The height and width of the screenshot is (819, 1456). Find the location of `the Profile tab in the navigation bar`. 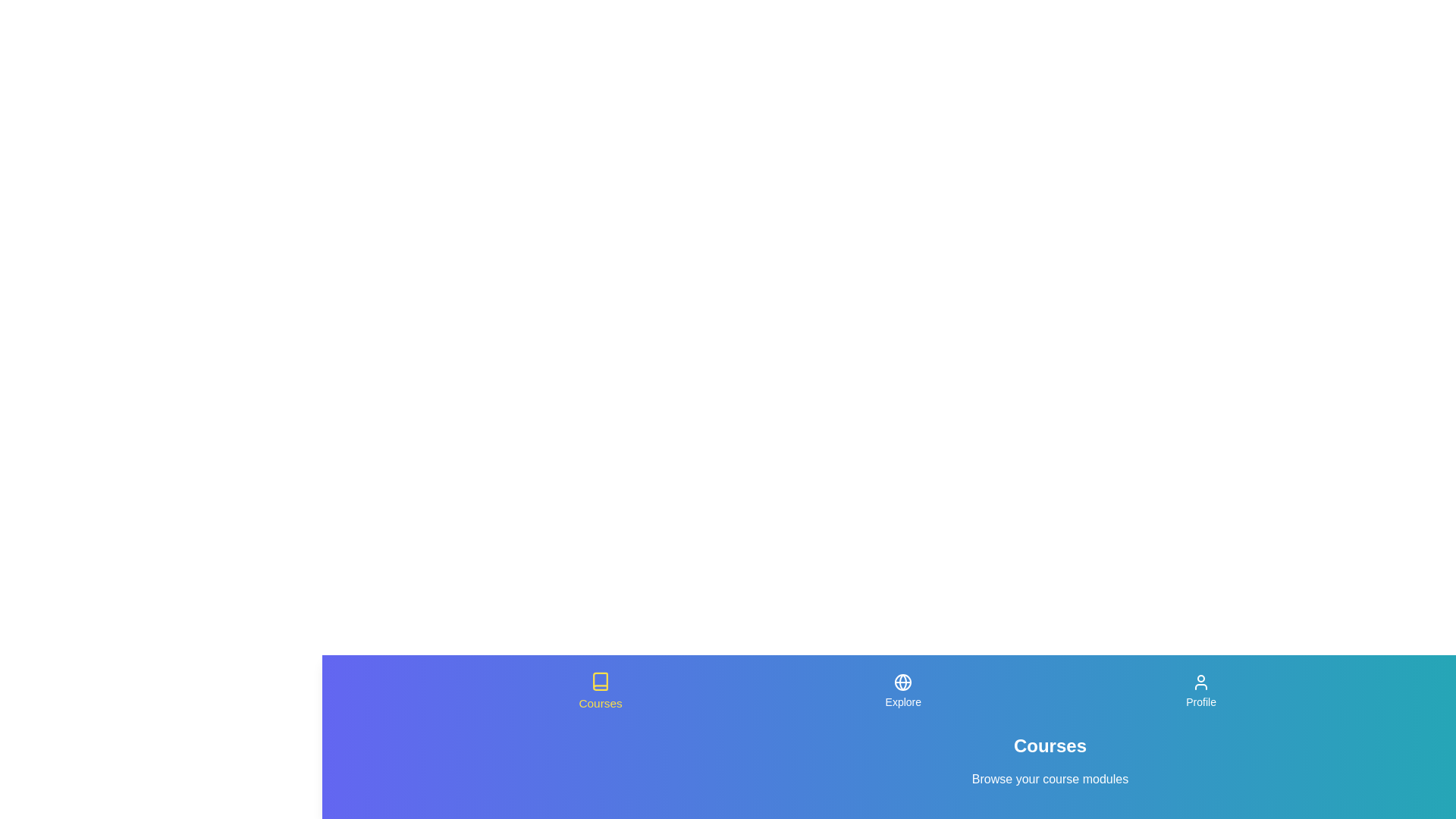

the Profile tab in the navigation bar is located at coordinates (1200, 691).